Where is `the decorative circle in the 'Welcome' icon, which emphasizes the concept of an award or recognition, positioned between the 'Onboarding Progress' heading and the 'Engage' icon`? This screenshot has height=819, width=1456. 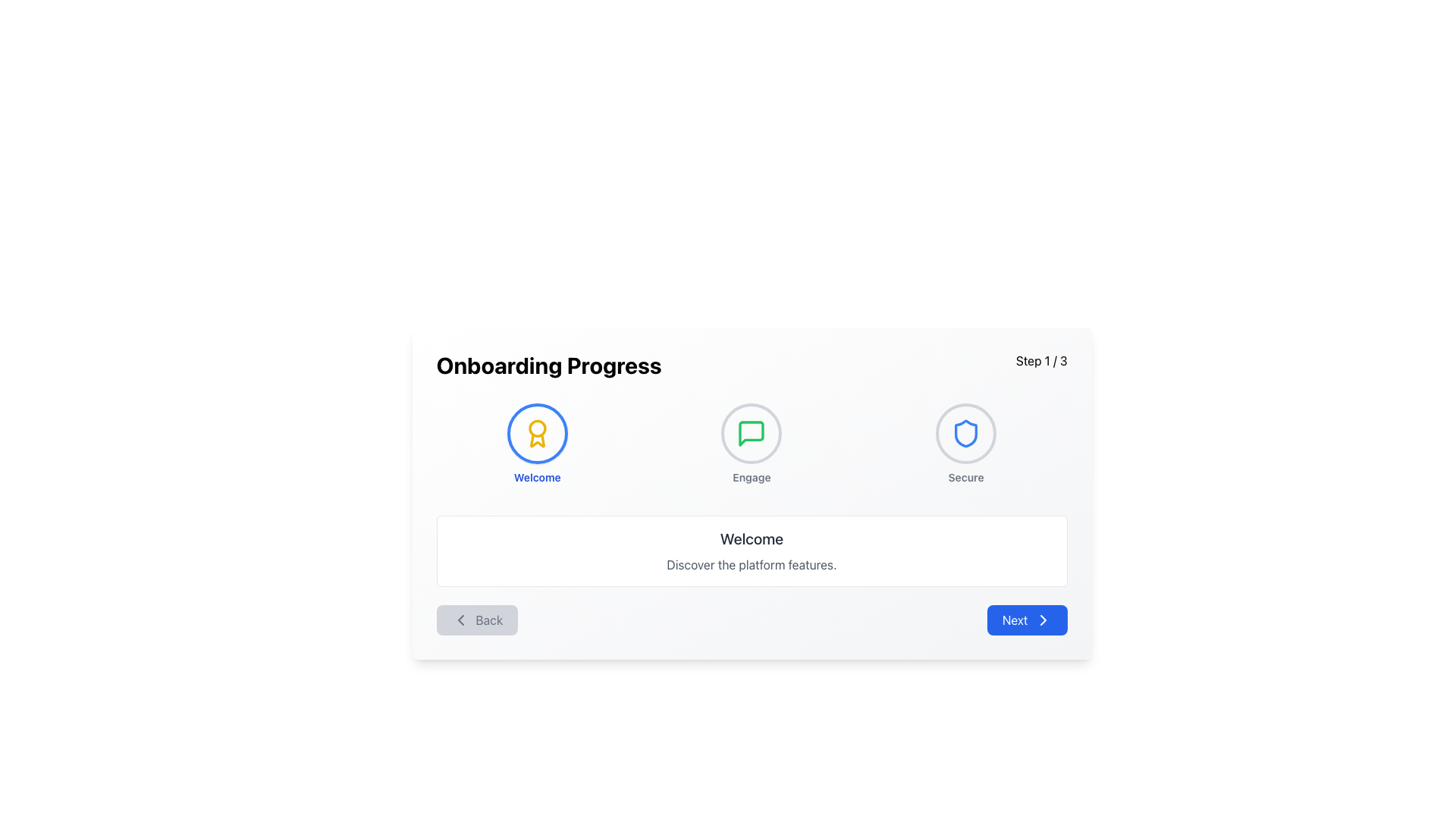 the decorative circle in the 'Welcome' icon, which emphasizes the concept of an award or recognition, positioned between the 'Onboarding Progress' heading and the 'Engage' icon is located at coordinates (537, 428).